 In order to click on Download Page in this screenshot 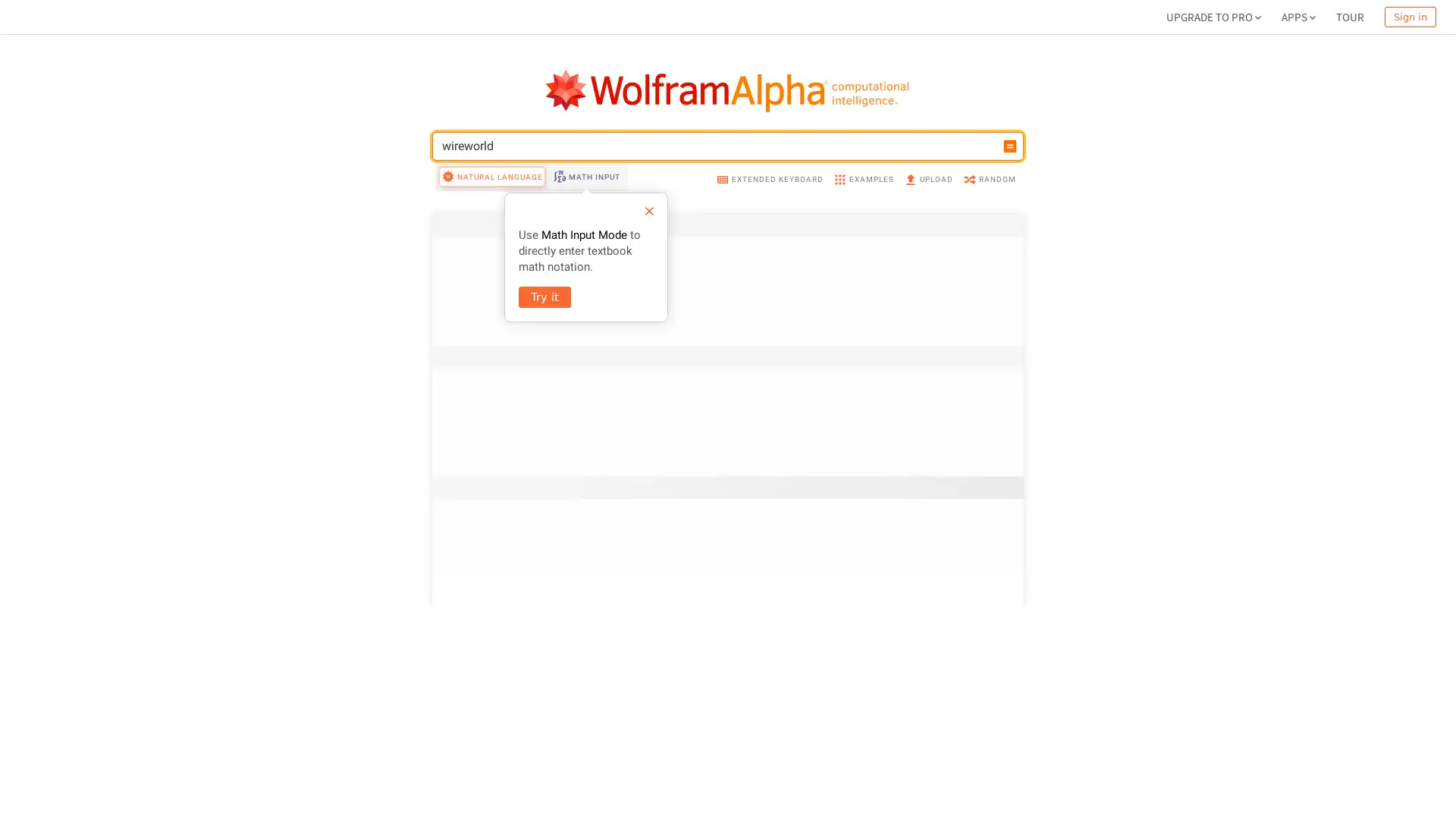, I will do `click(481, 789)`.